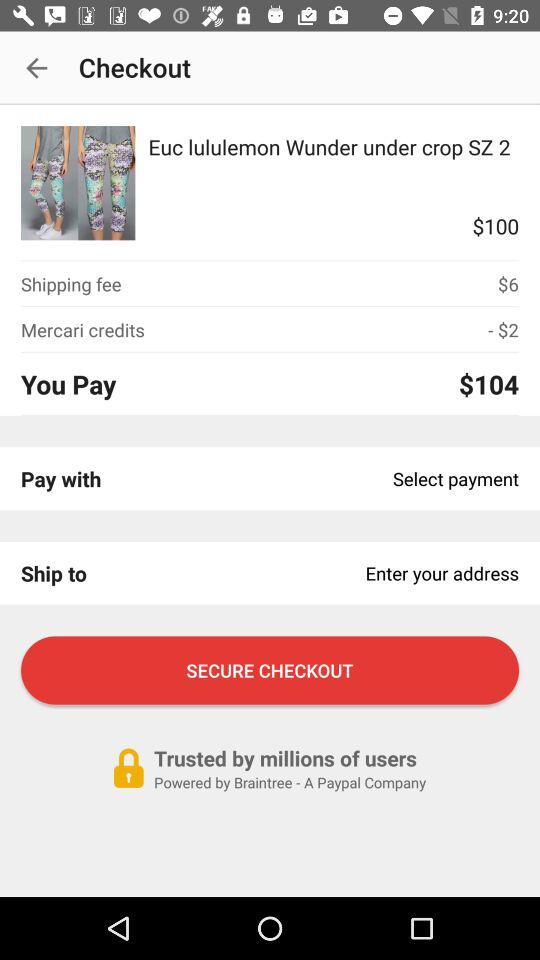  I want to click on the icon above trusted by millions item, so click(270, 670).